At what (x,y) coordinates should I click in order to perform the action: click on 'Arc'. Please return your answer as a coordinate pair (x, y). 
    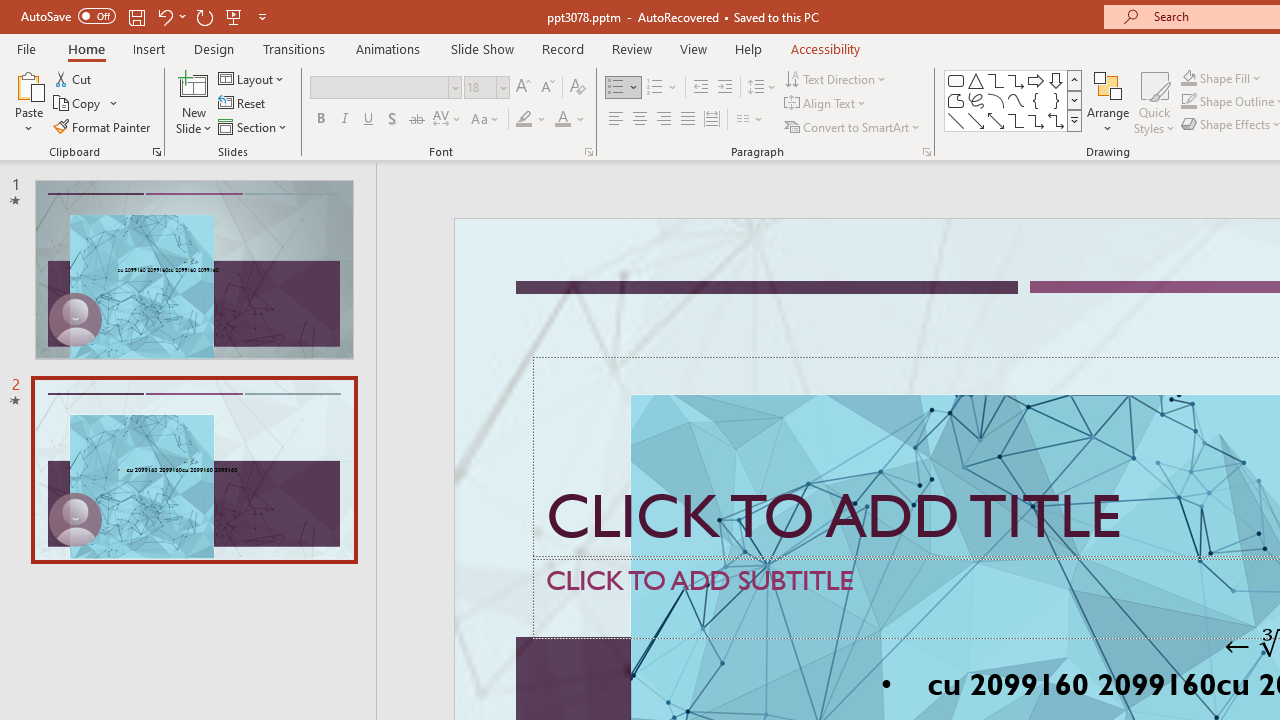
    Looking at the image, I should click on (995, 100).